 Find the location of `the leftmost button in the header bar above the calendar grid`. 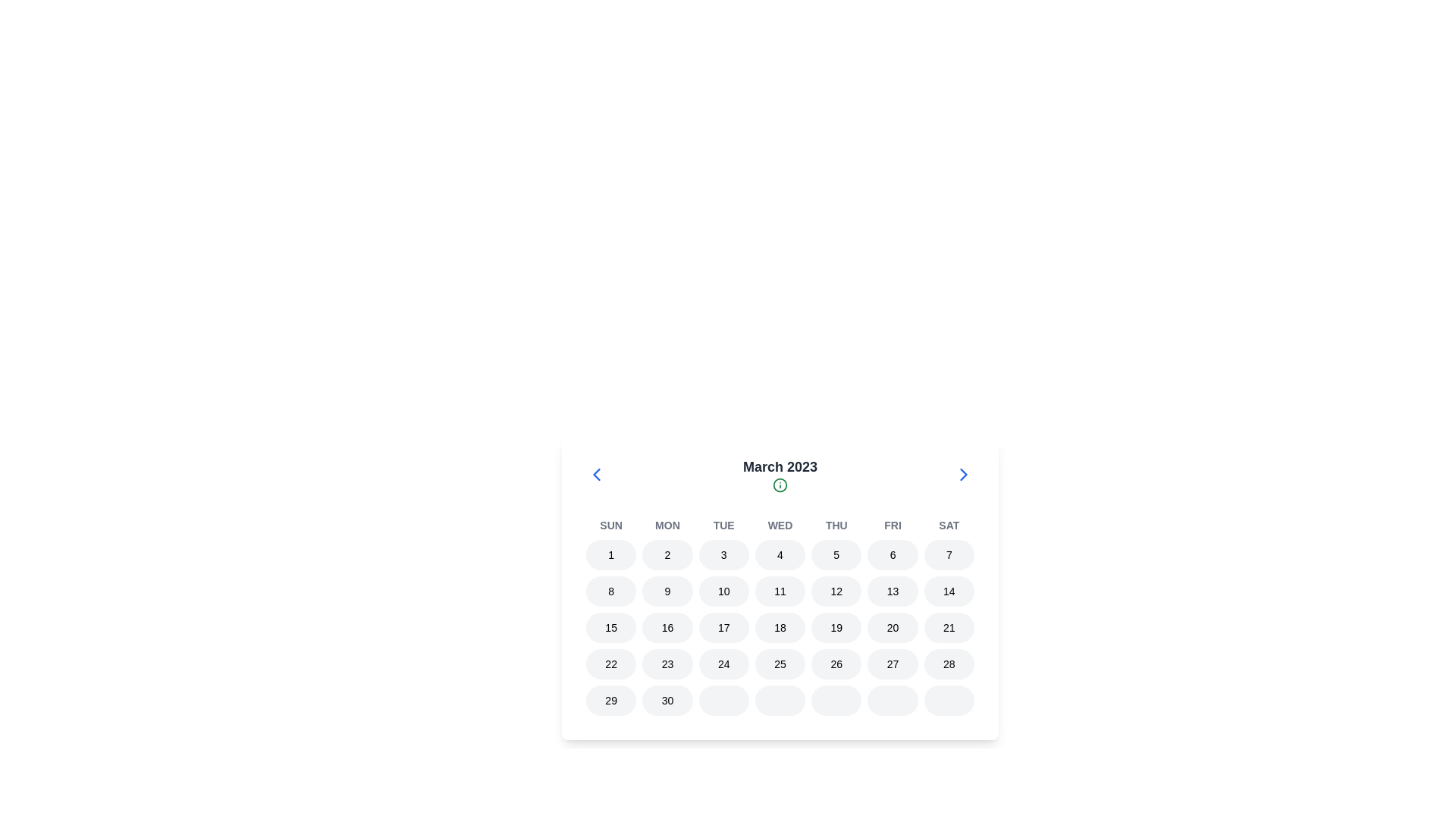

the leftmost button in the header bar above the calendar grid is located at coordinates (596, 473).